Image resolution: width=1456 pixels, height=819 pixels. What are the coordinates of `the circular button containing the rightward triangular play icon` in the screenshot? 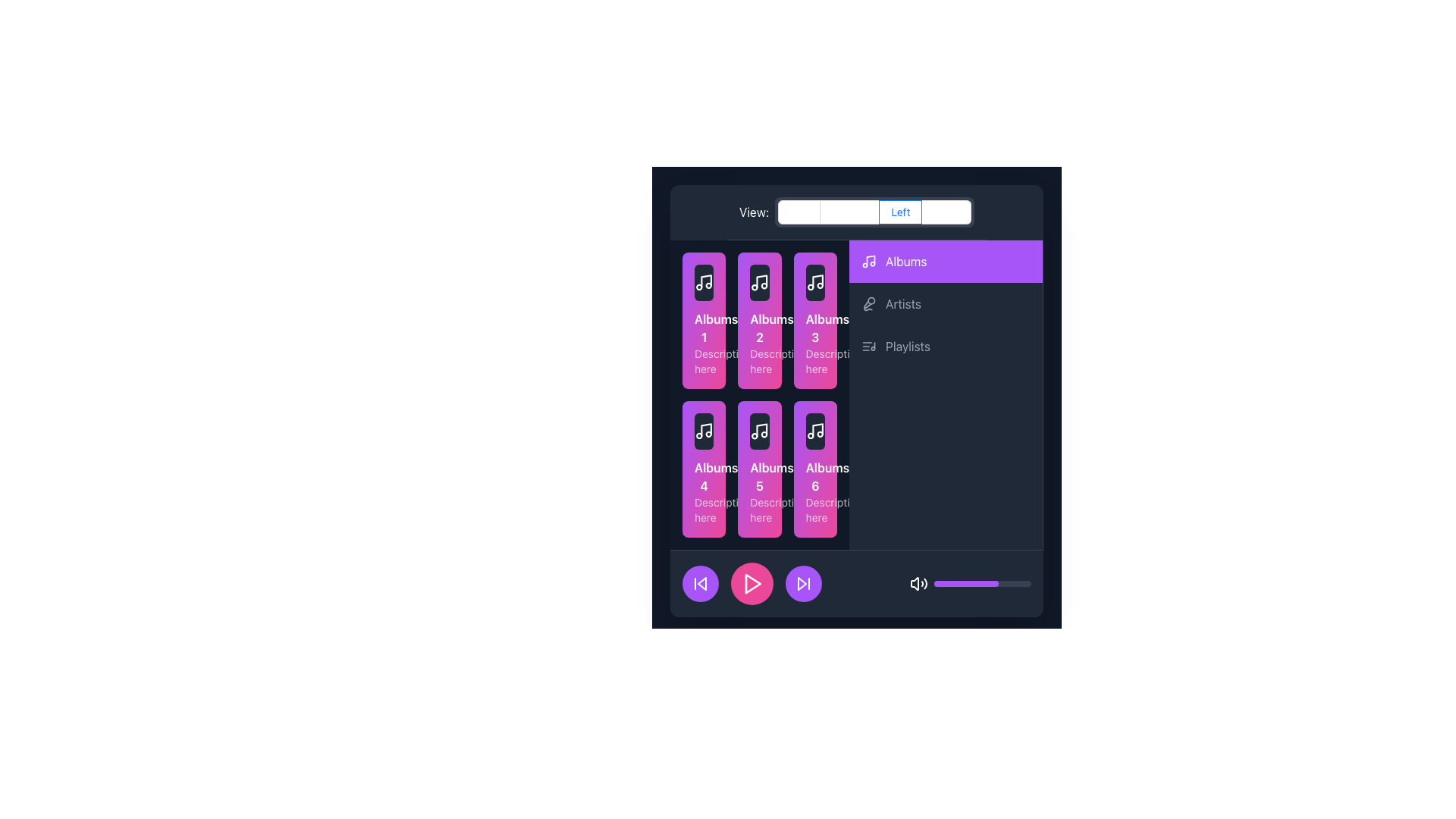 It's located at (753, 583).